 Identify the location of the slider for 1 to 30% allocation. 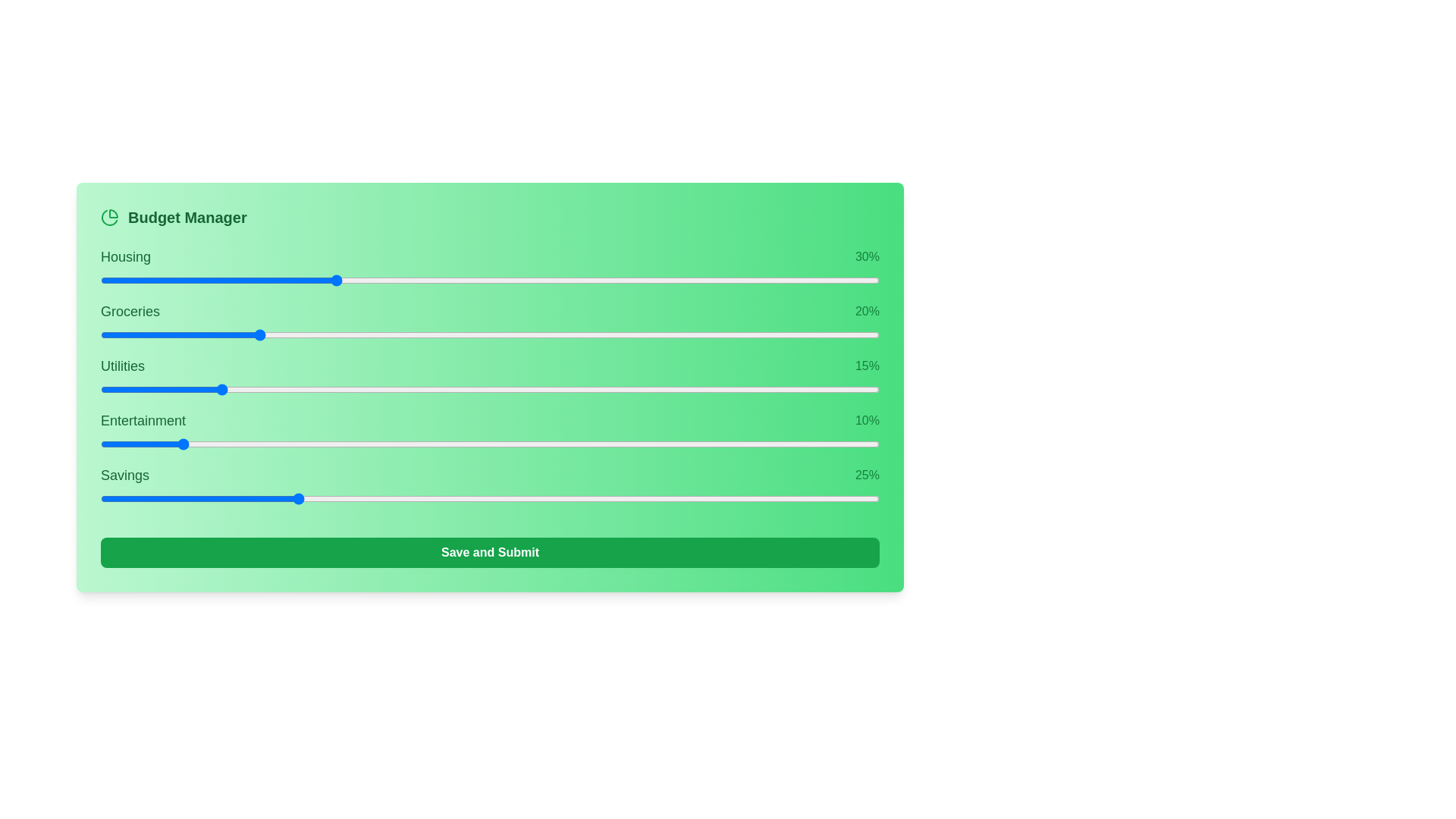
(607, 334).